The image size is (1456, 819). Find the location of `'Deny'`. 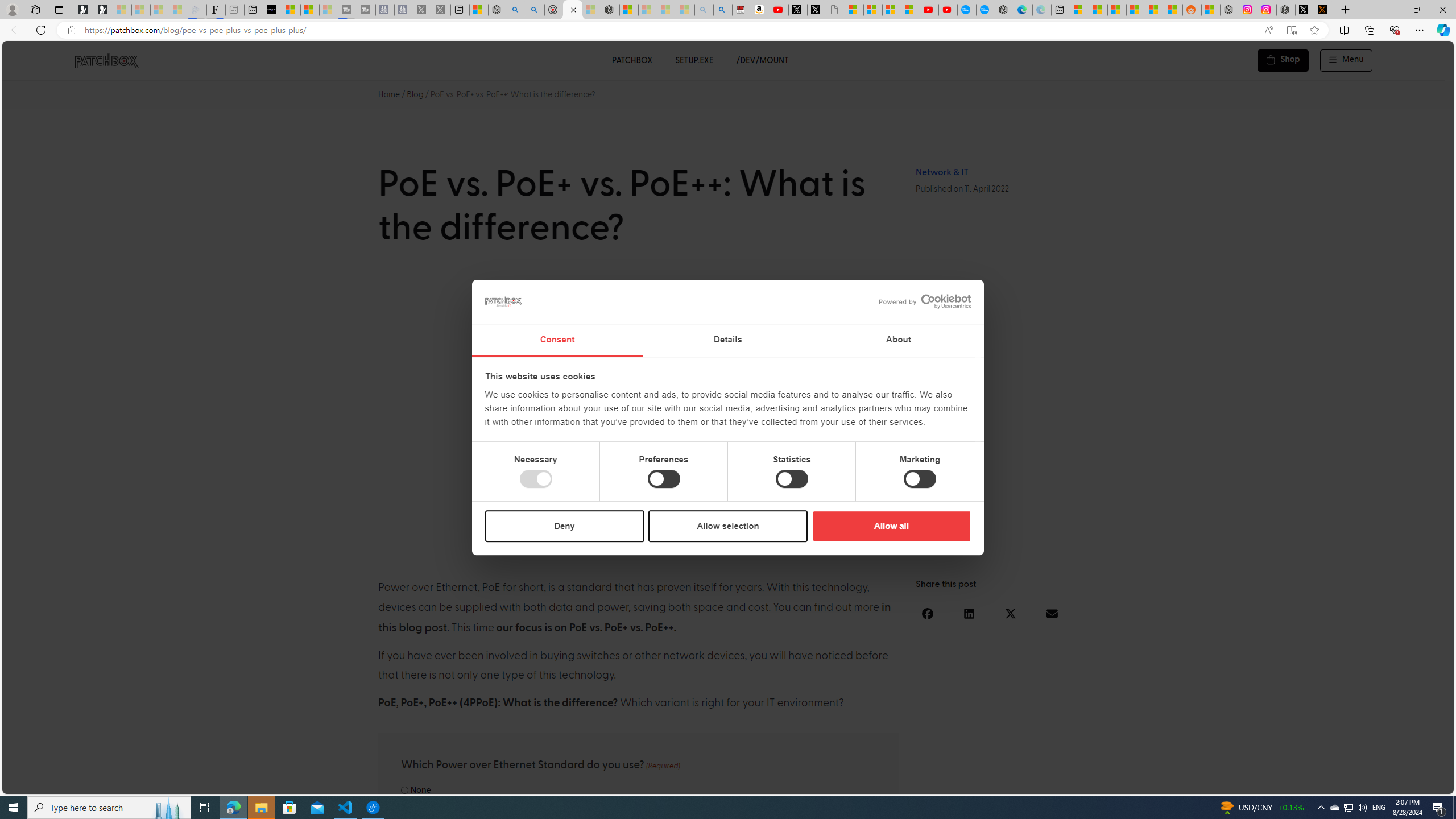

'Deny' is located at coordinates (564, 525).